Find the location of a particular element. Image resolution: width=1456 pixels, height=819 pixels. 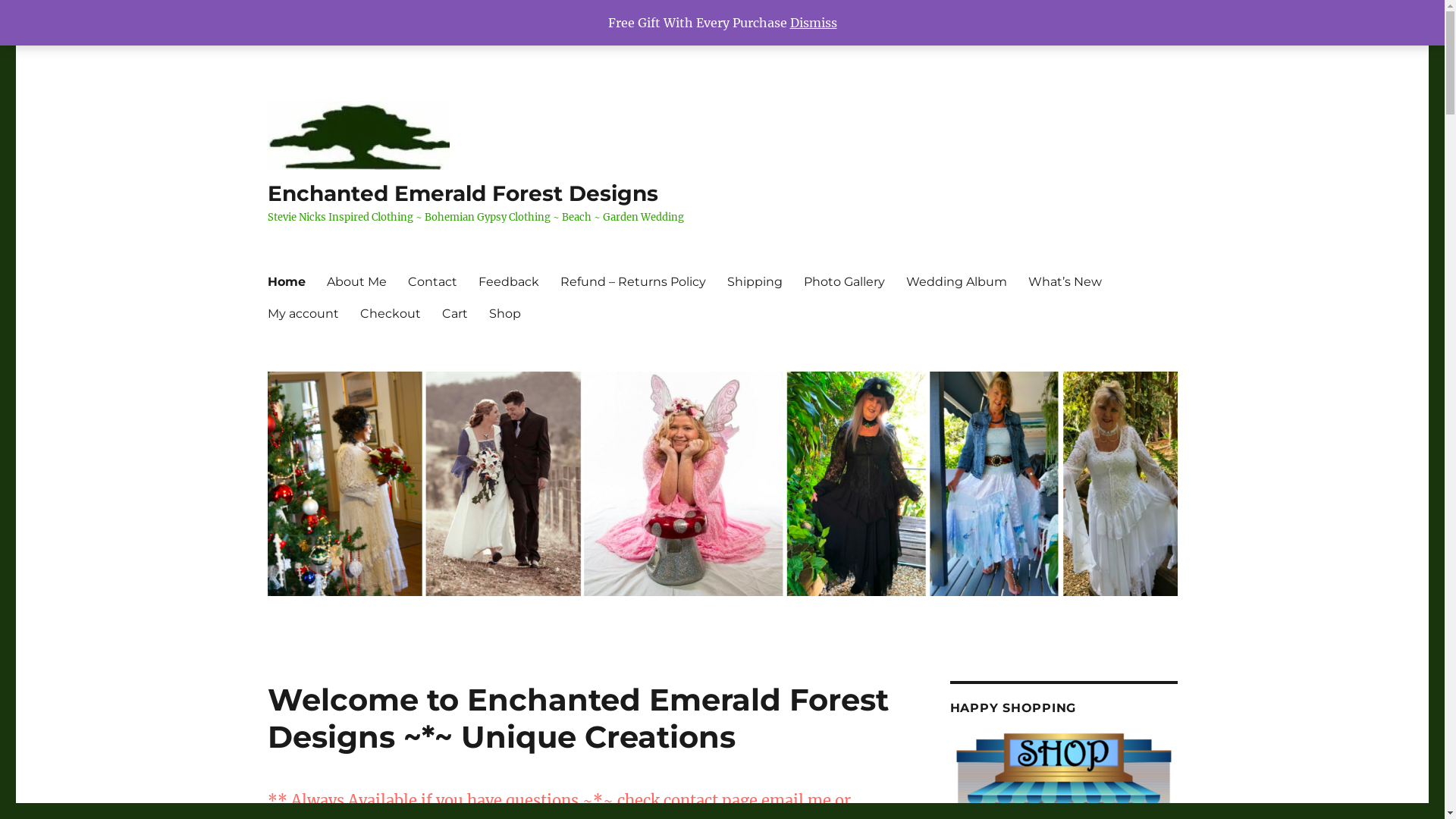

'Shop' is located at coordinates (504, 312).